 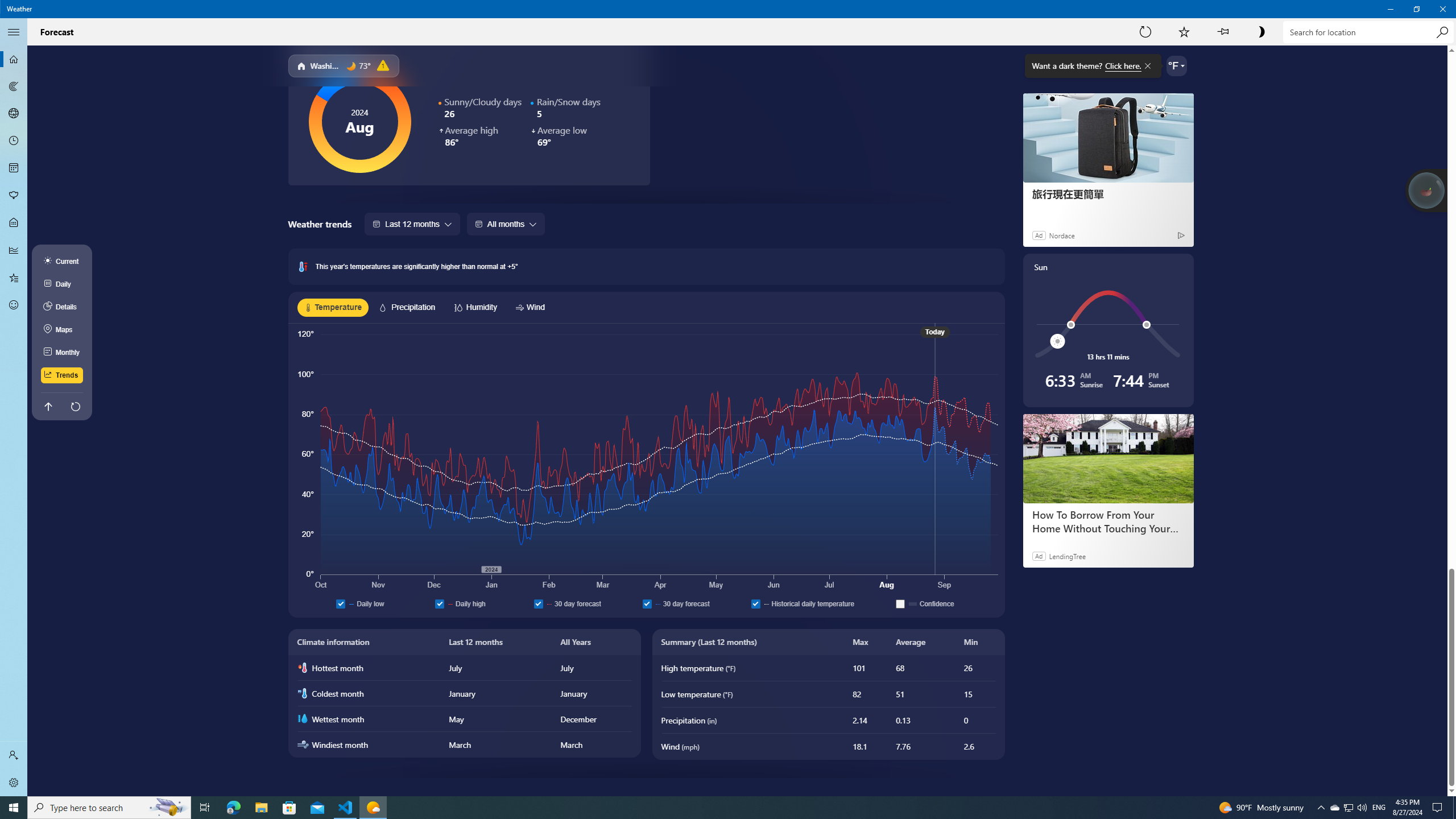 What do you see at coordinates (1442, 31) in the screenshot?
I see `'Search'` at bounding box center [1442, 31].